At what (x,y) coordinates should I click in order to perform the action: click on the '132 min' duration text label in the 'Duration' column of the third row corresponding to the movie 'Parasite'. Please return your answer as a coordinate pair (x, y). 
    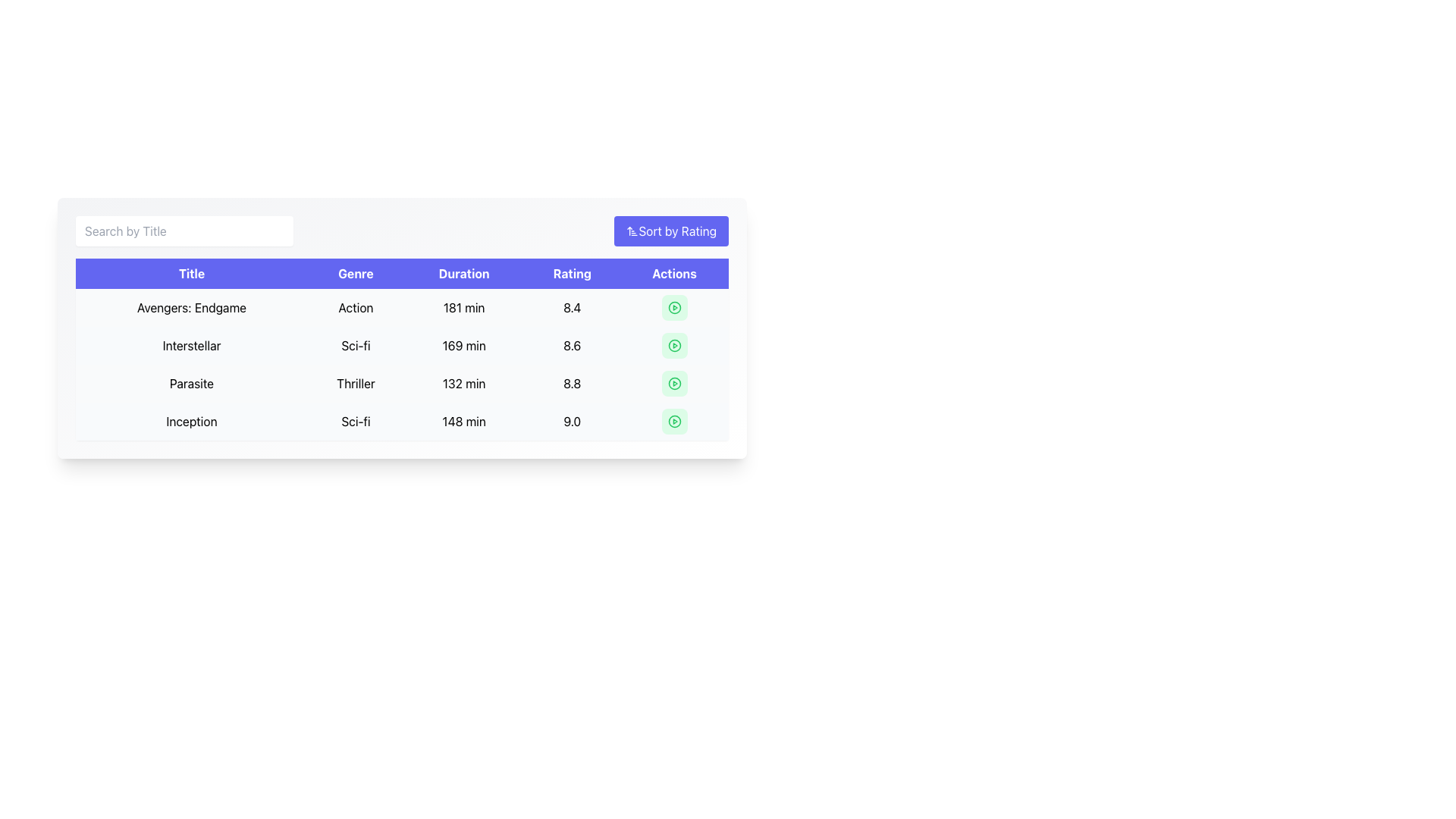
    Looking at the image, I should click on (463, 382).